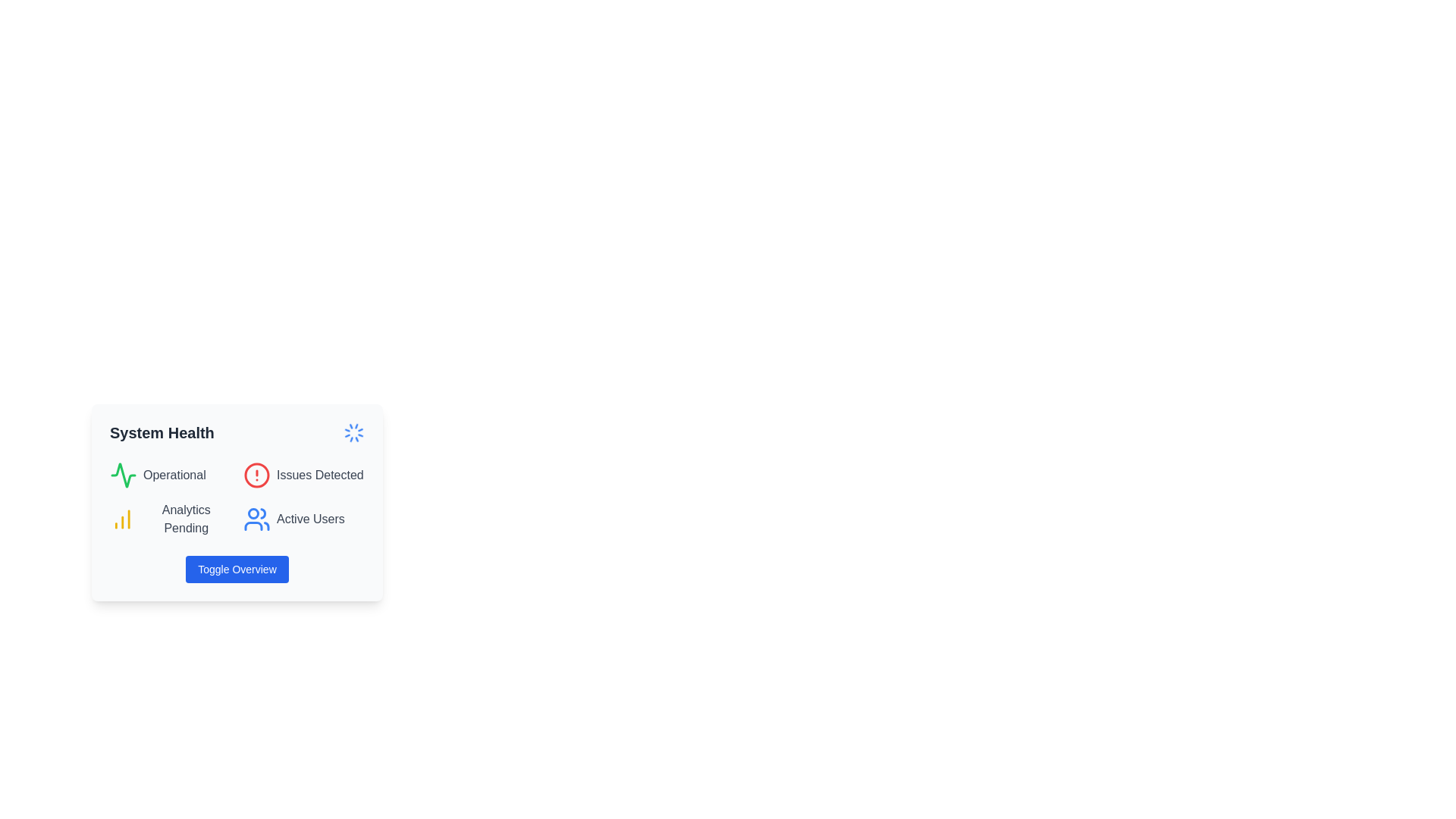  I want to click on the 'Active Users' label with a blue user icon, which is the fourth item in the grid layout, located in the bottom-right quadrant beneath 'Issues Detected', so click(303, 519).